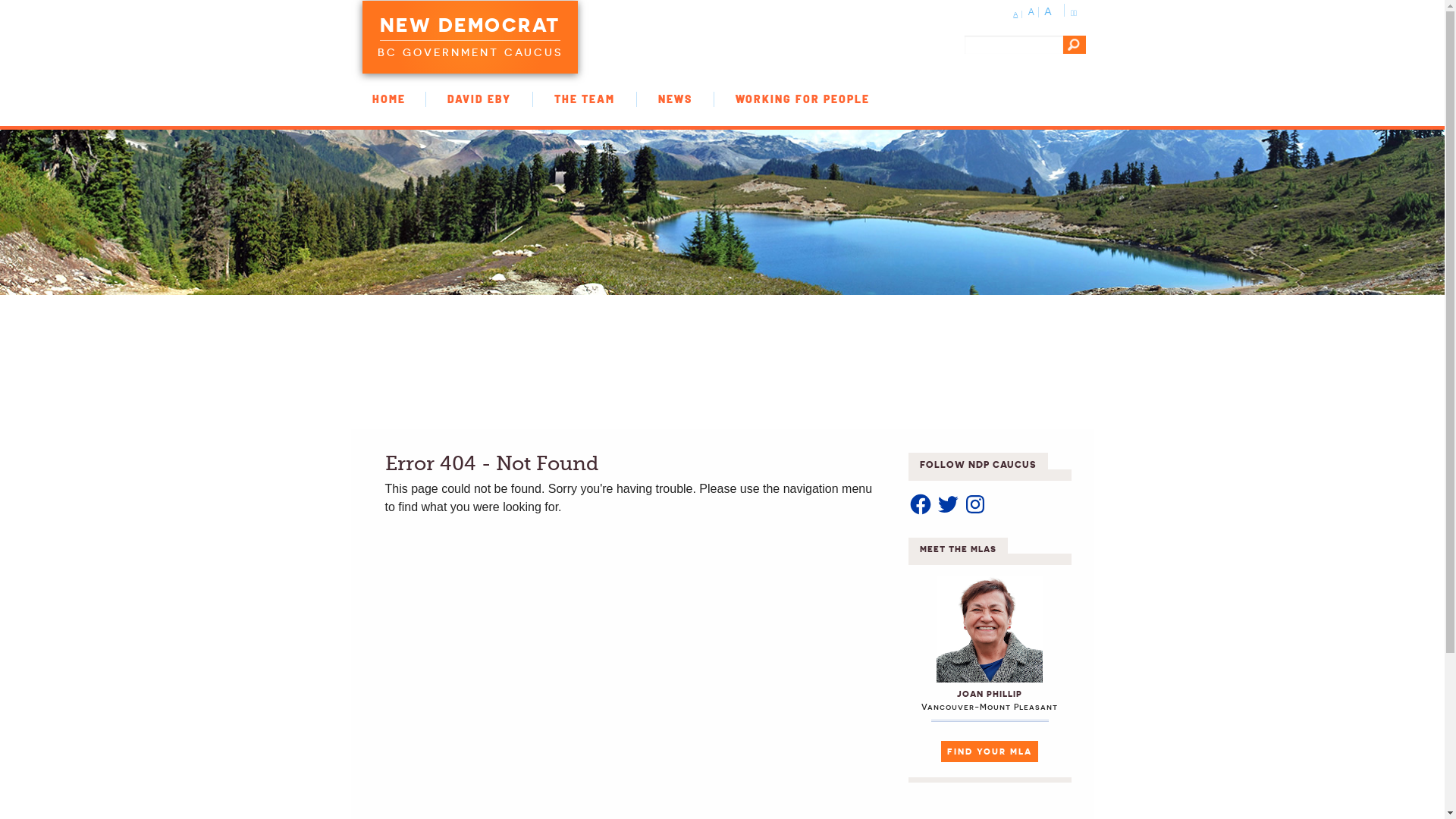  Describe the element at coordinates (1028, 11) in the screenshot. I see `'A'` at that location.